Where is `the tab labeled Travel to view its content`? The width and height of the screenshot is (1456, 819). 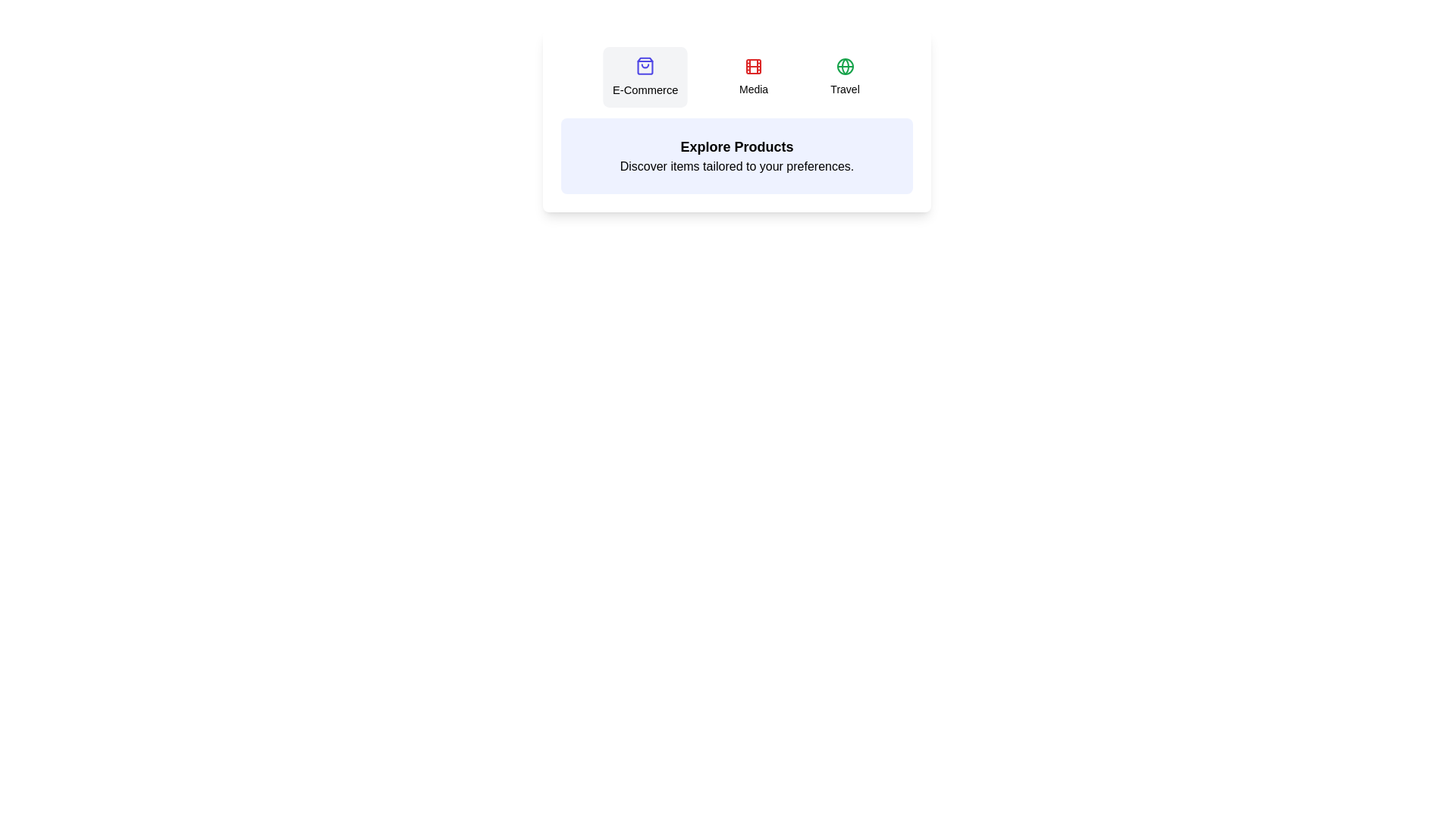 the tab labeled Travel to view its content is located at coordinates (844, 77).